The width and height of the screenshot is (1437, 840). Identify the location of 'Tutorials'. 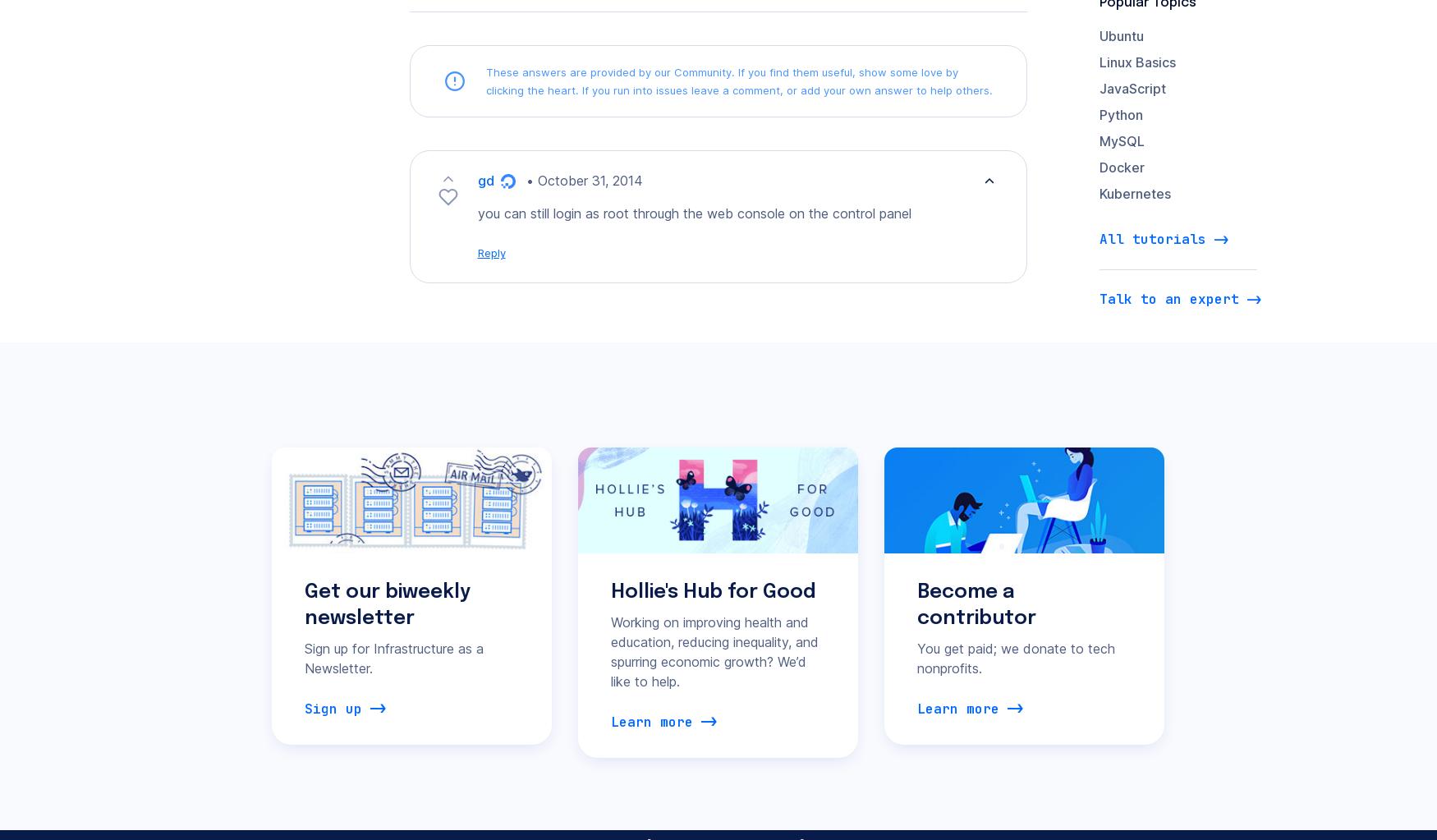
(662, 163).